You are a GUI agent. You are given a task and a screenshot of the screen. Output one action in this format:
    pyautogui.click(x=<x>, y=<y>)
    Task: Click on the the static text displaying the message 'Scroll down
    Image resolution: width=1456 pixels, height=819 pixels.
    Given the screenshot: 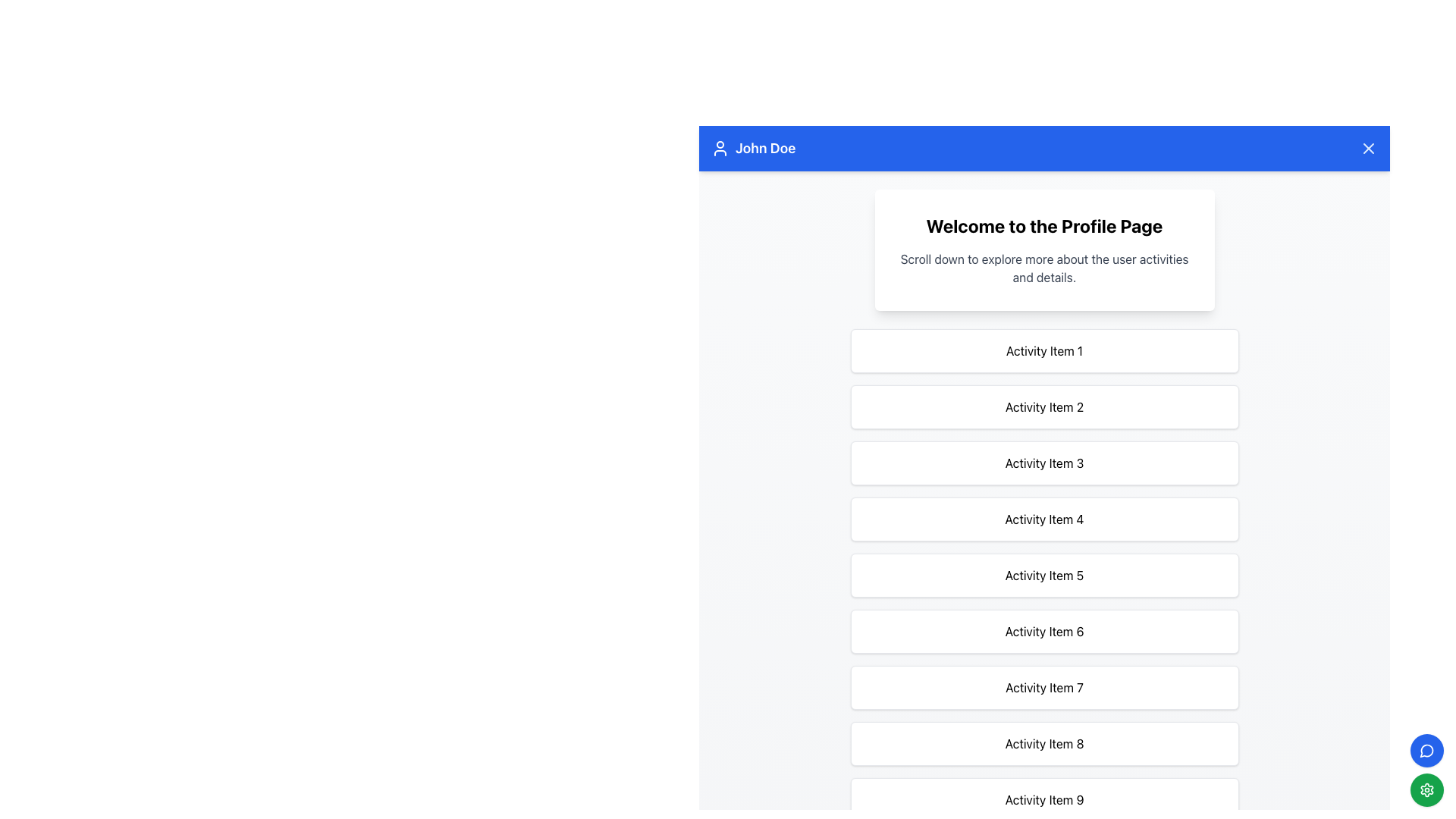 What is the action you would take?
    pyautogui.click(x=1043, y=268)
    